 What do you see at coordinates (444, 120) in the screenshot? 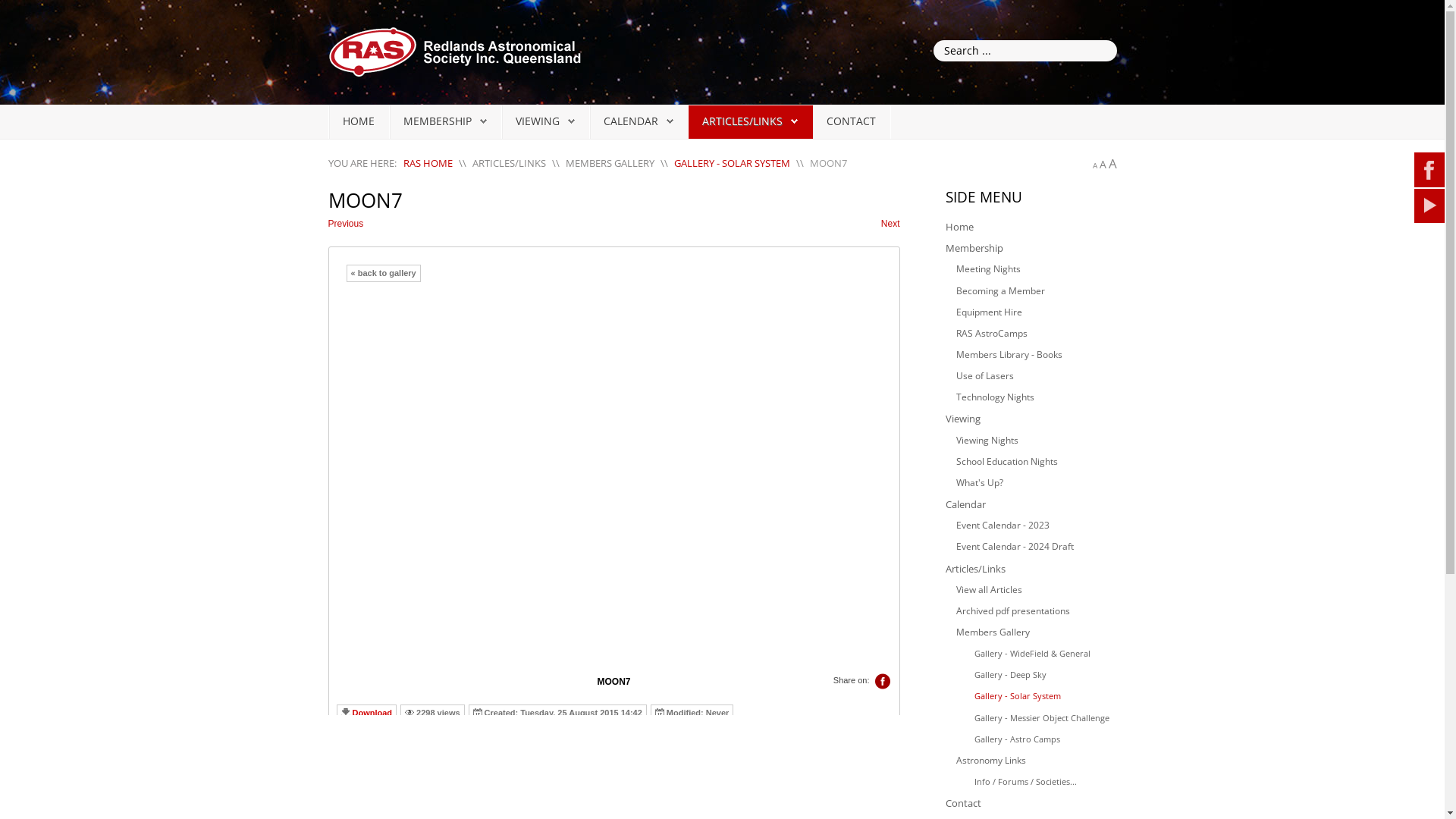
I see `'MEMBERSHIP'` at bounding box center [444, 120].